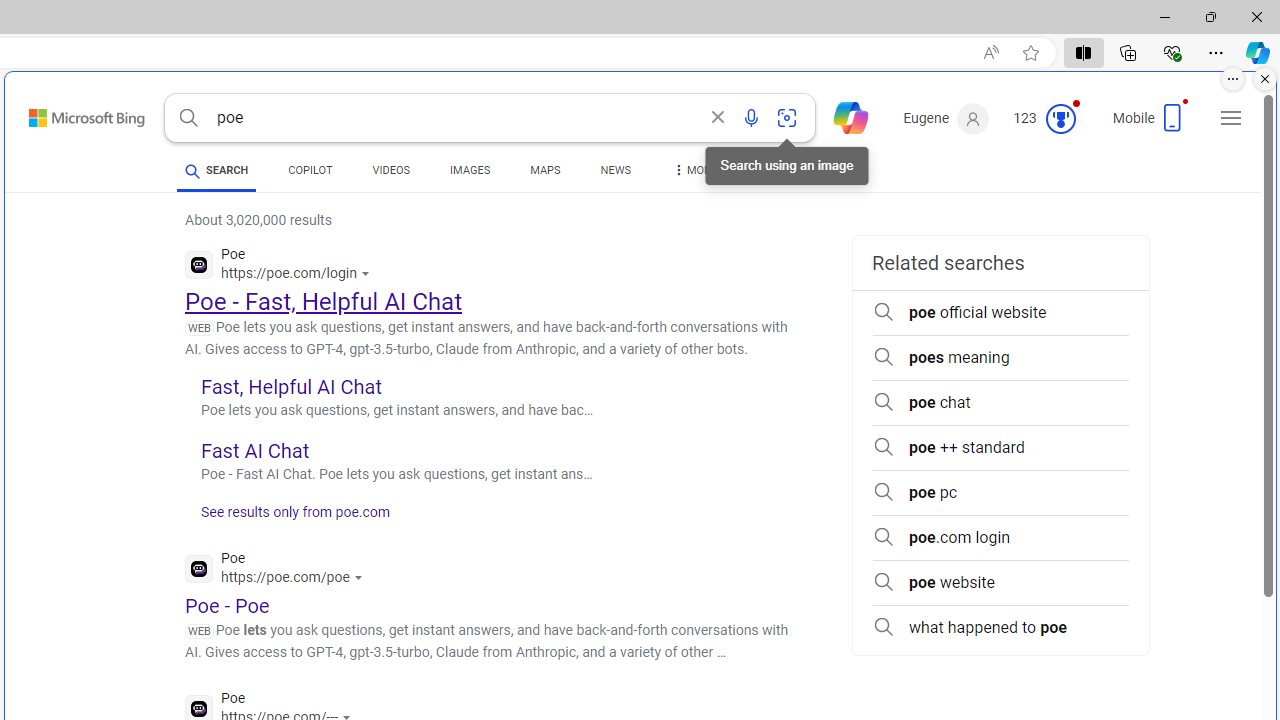 The width and height of the screenshot is (1280, 720). Describe the element at coordinates (188, 118) in the screenshot. I see `'Search button'` at that location.